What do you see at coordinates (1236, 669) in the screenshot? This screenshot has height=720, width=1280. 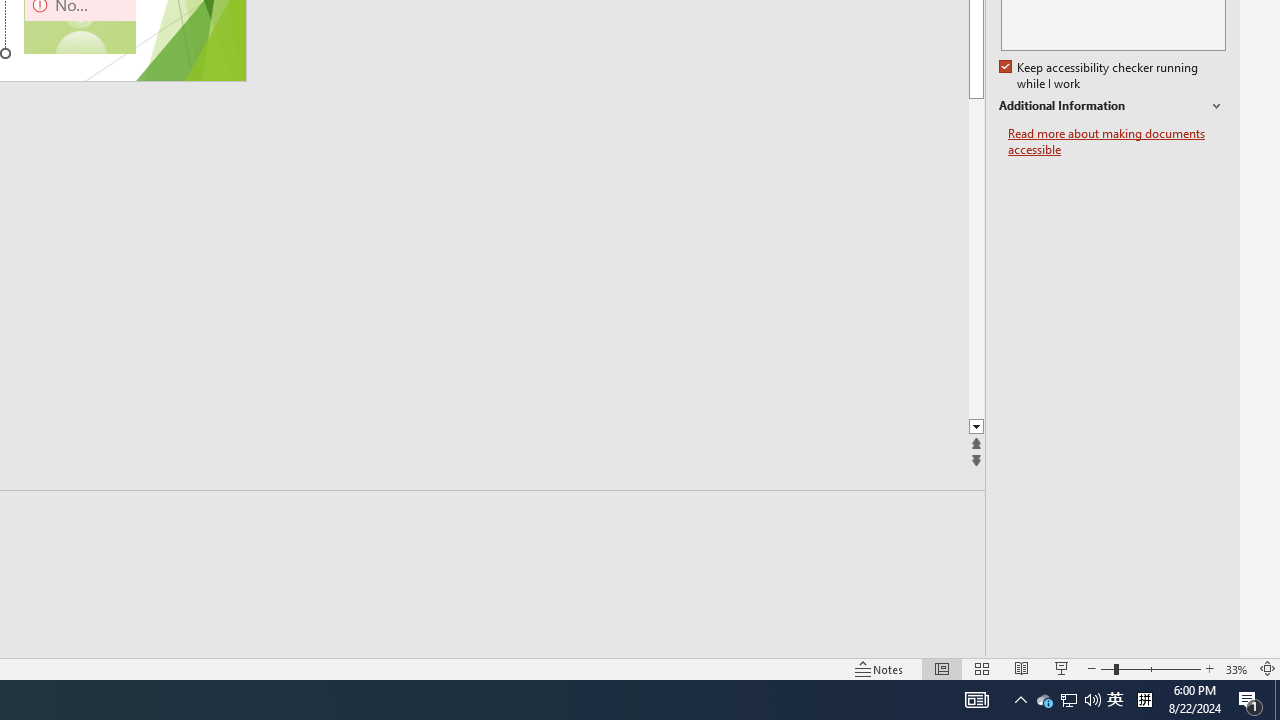 I see `'Zoom 33%'` at bounding box center [1236, 669].